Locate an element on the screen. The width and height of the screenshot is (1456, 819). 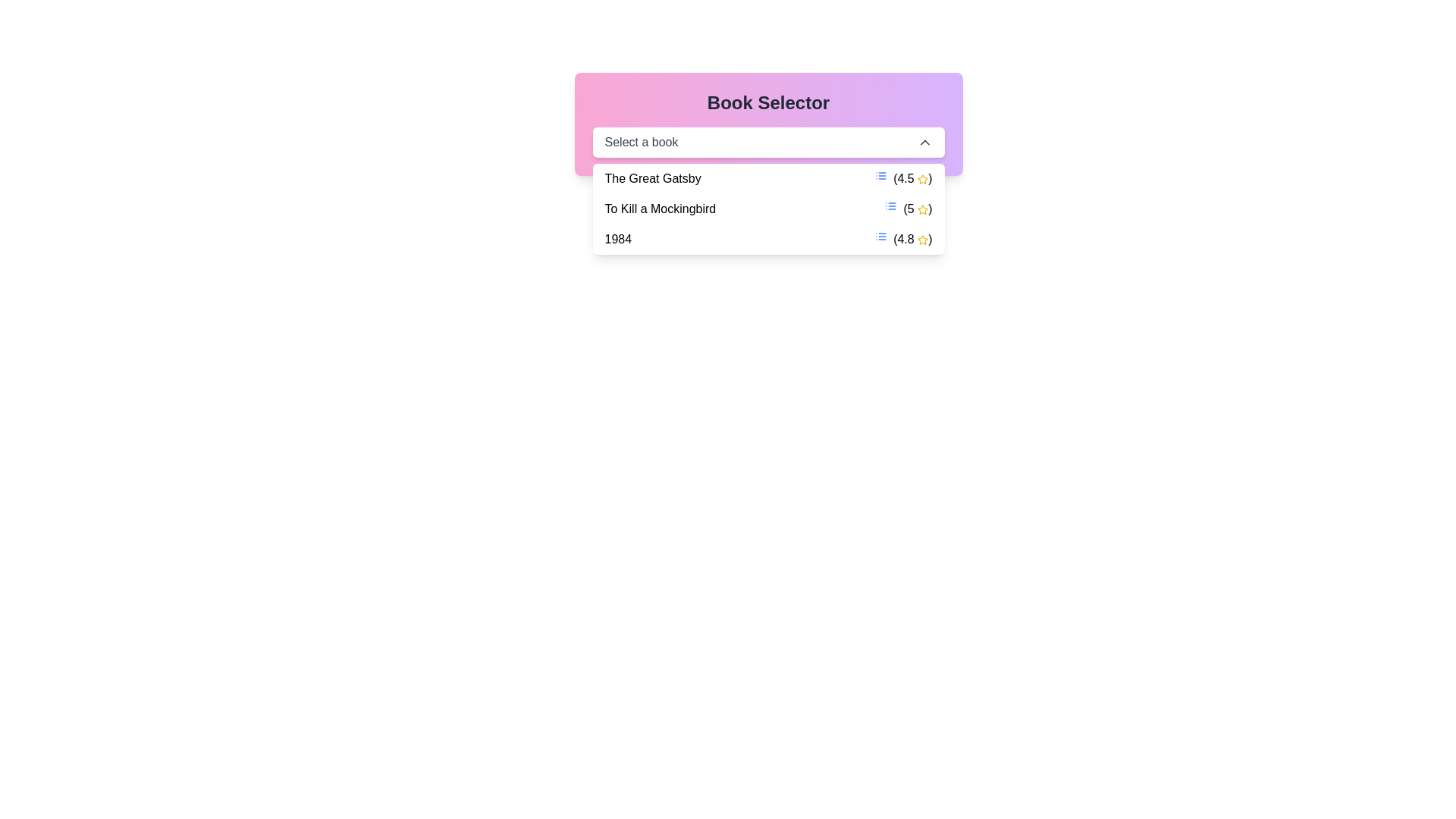
the visual representation of the star rating icon next to the text '4.5' in the first item of the list under the 'Book Selector' dropdown is located at coordinates (922, 239).